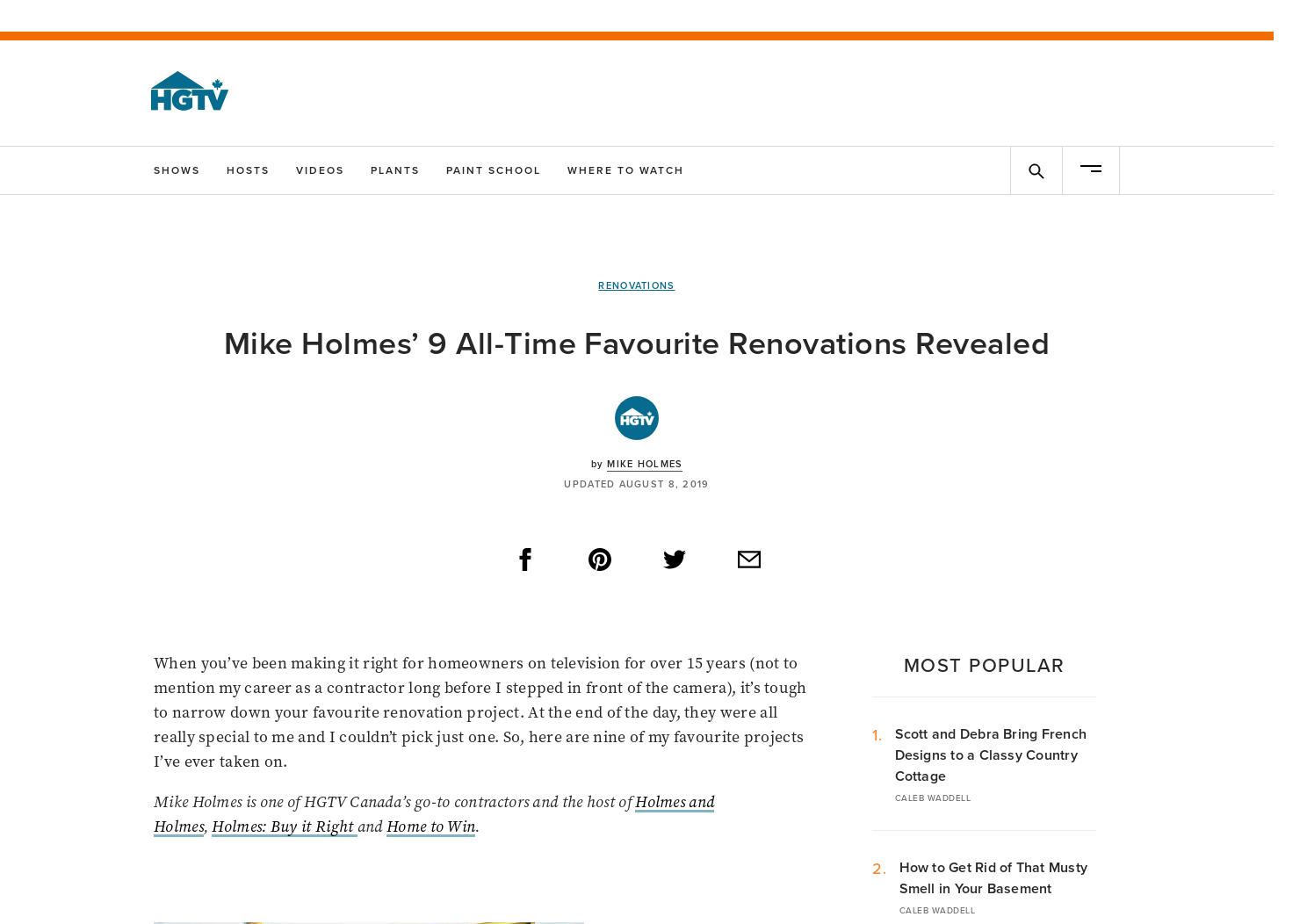 The image size is (1307, 924). Describe the element at coordinates (189, 747) in the screenshot. I see `'Emma Yardley'` at that location.